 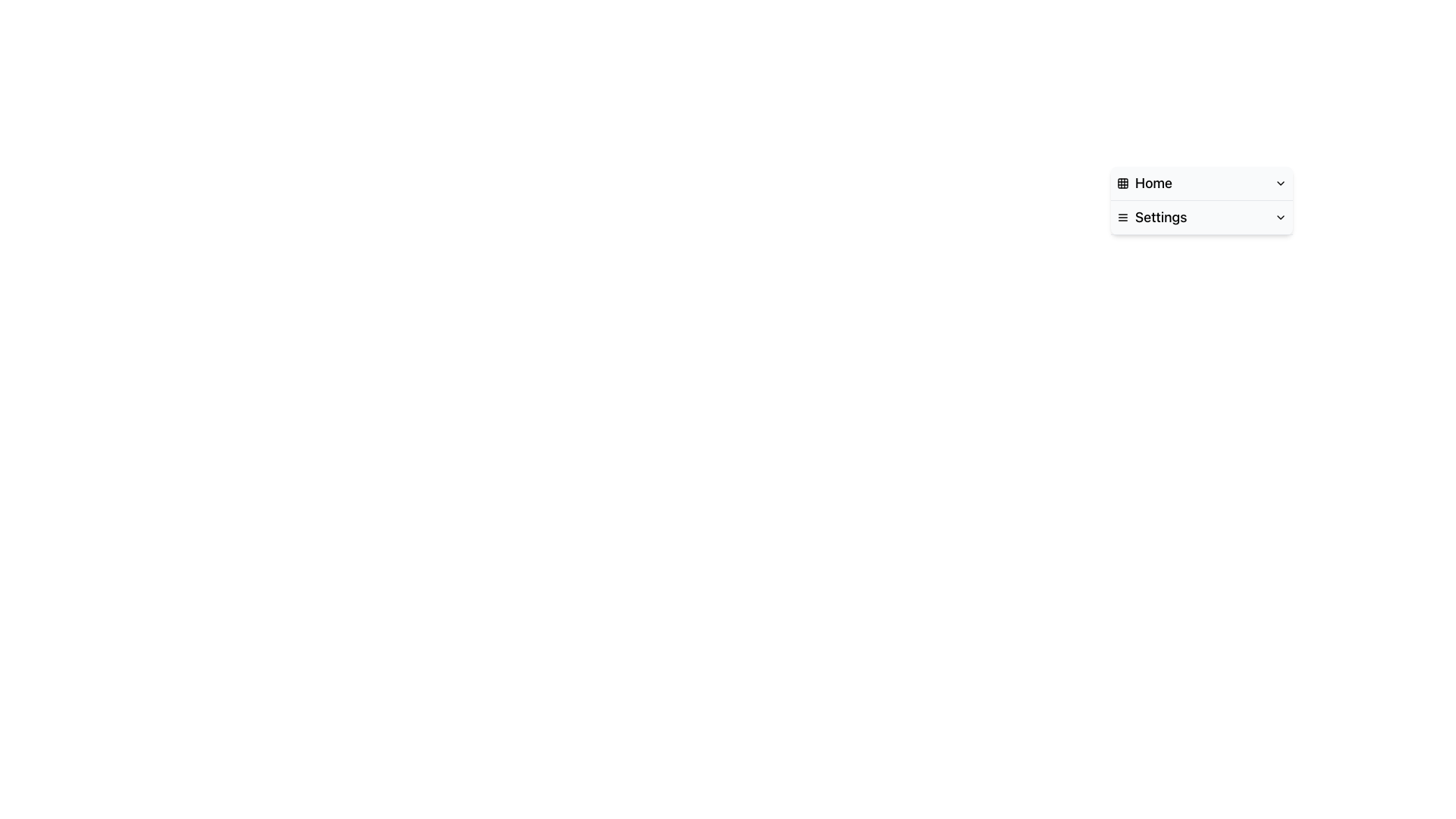 I want to click on the 'Home' text label, so click(x=1153, y=183).